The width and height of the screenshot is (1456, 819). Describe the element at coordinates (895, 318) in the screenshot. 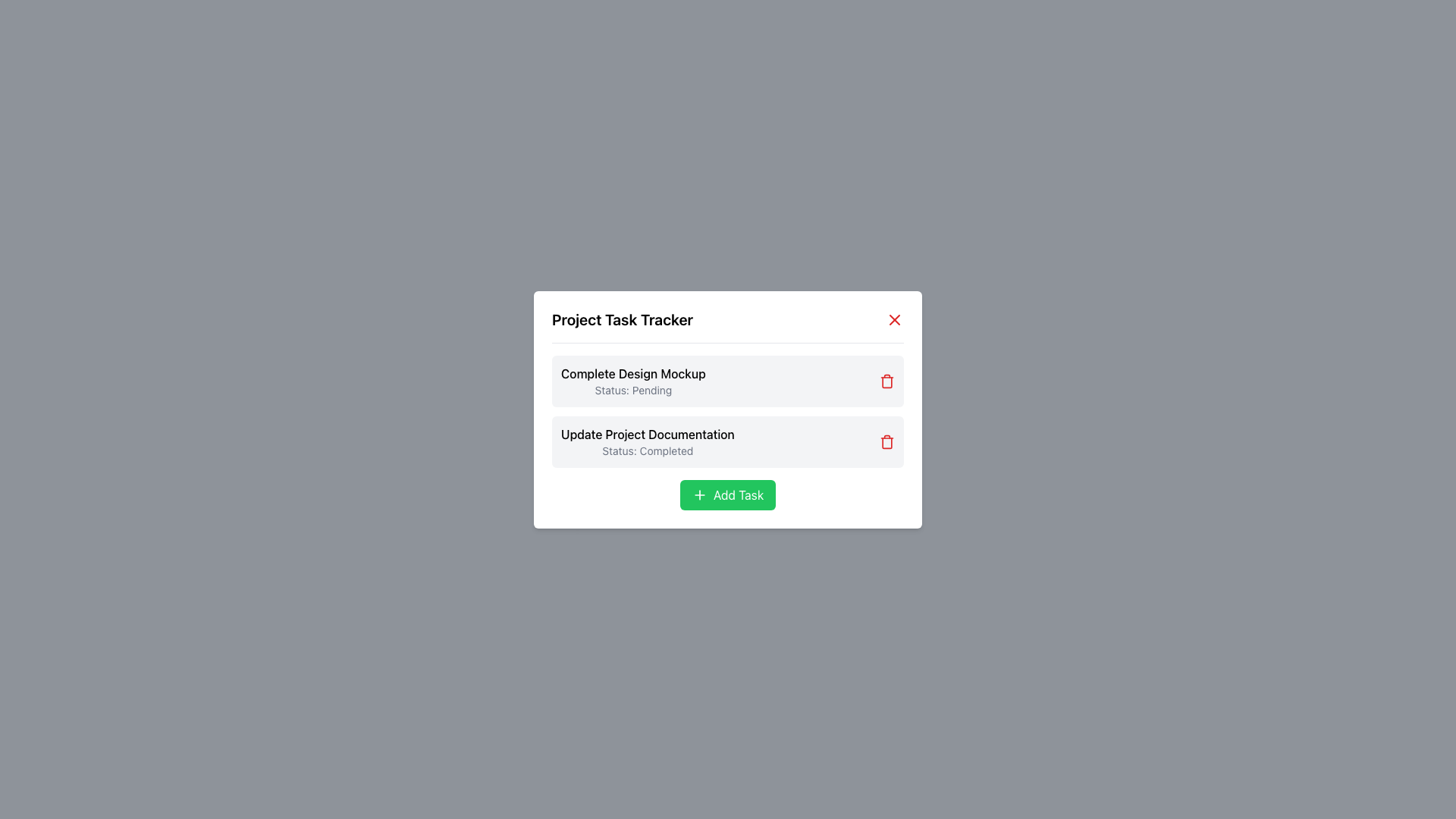

I see `the close button located at the top-right corner of the 'Project Task Tracker' modal dialog` at that location.